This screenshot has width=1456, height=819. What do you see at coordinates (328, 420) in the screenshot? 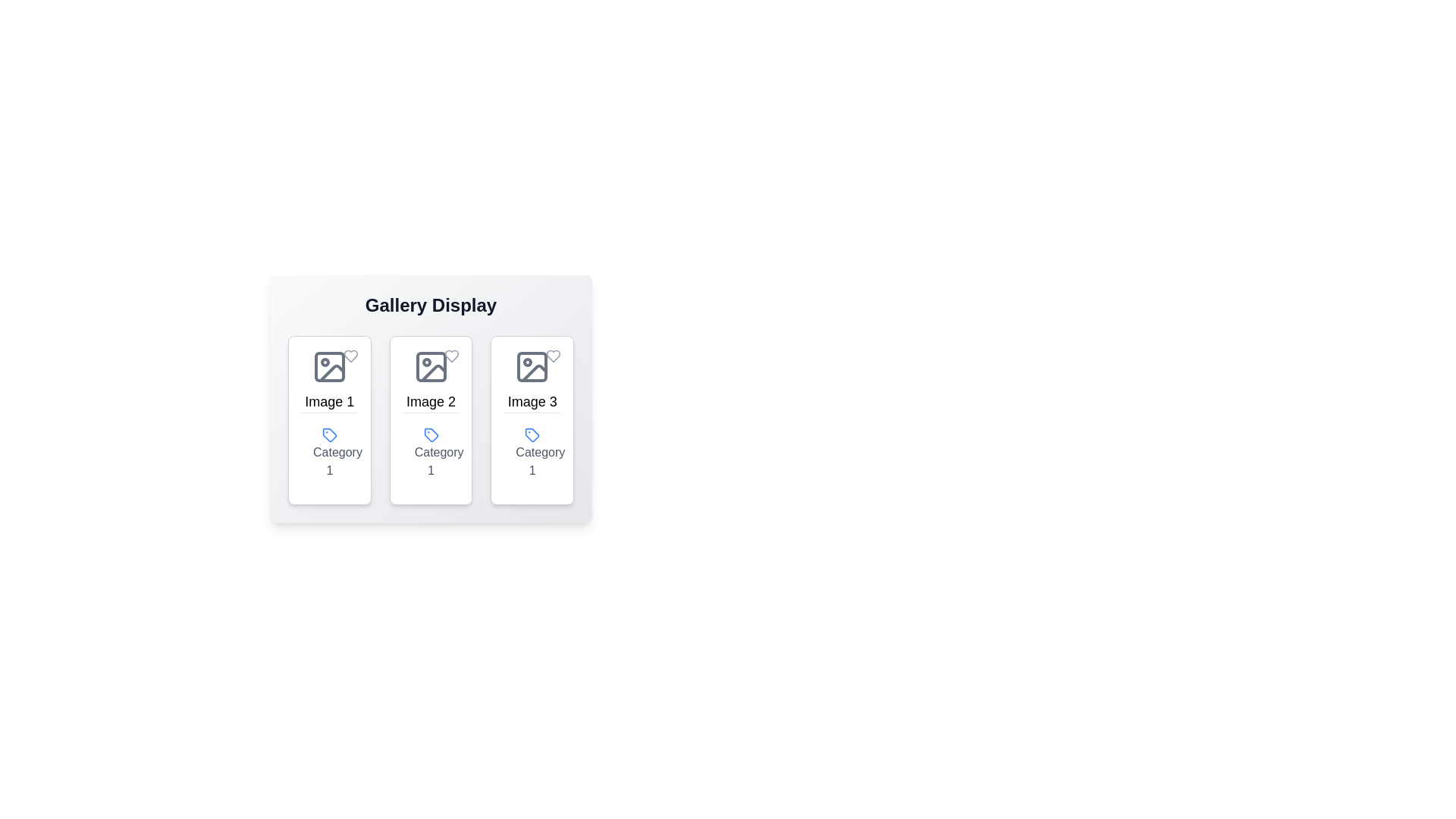
I see `the display card labeled 'Image 1' in 'Category 1', which is the first card from the left in a horizontal list of three similar cards` at bounding box center [328, 420].